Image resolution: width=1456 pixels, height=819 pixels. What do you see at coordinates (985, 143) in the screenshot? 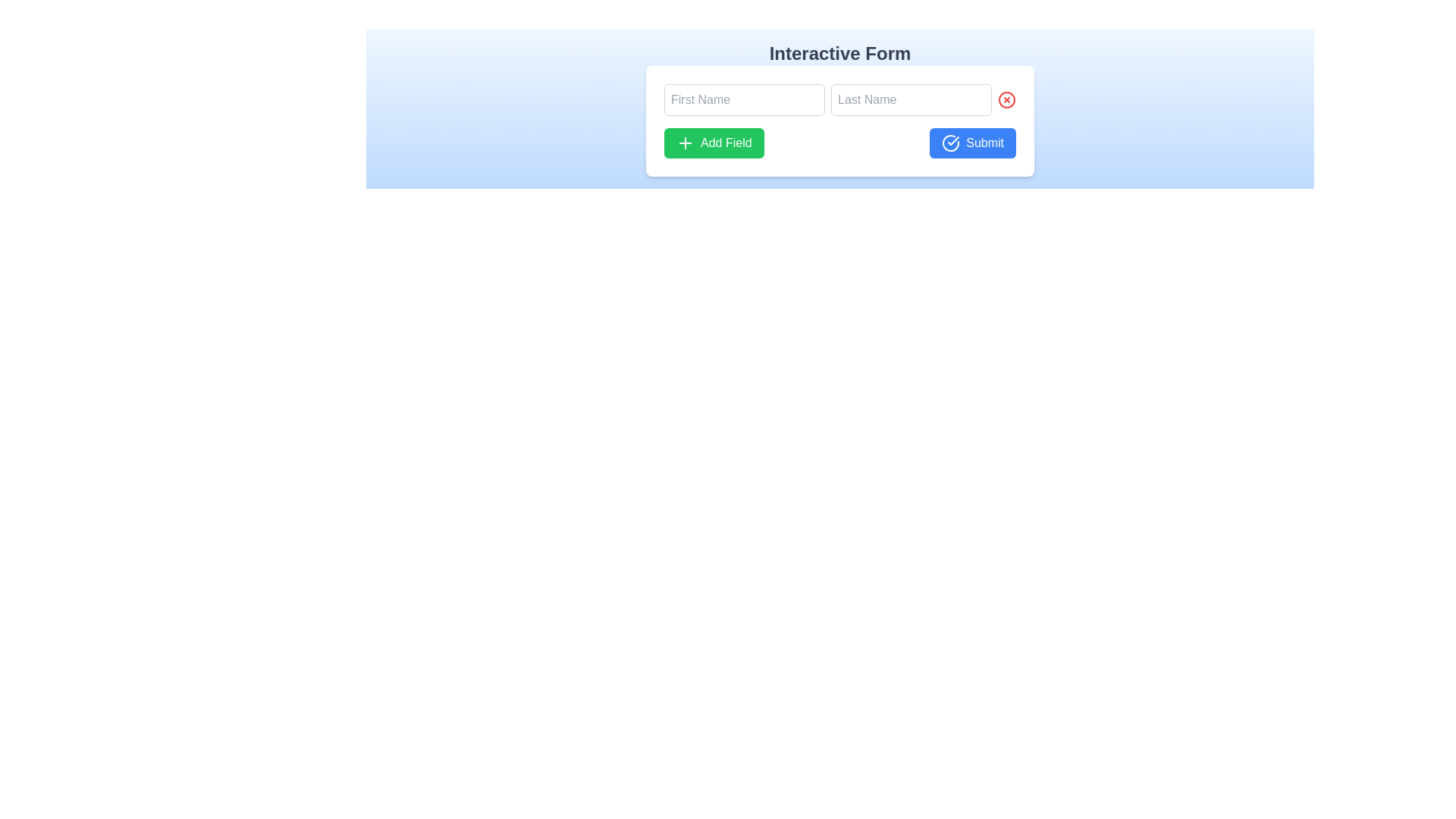
I see `the text label of the submission button located towards the right-hand corner of the layout, which indicates the action performed by the button` at bounding box center [985, 143].